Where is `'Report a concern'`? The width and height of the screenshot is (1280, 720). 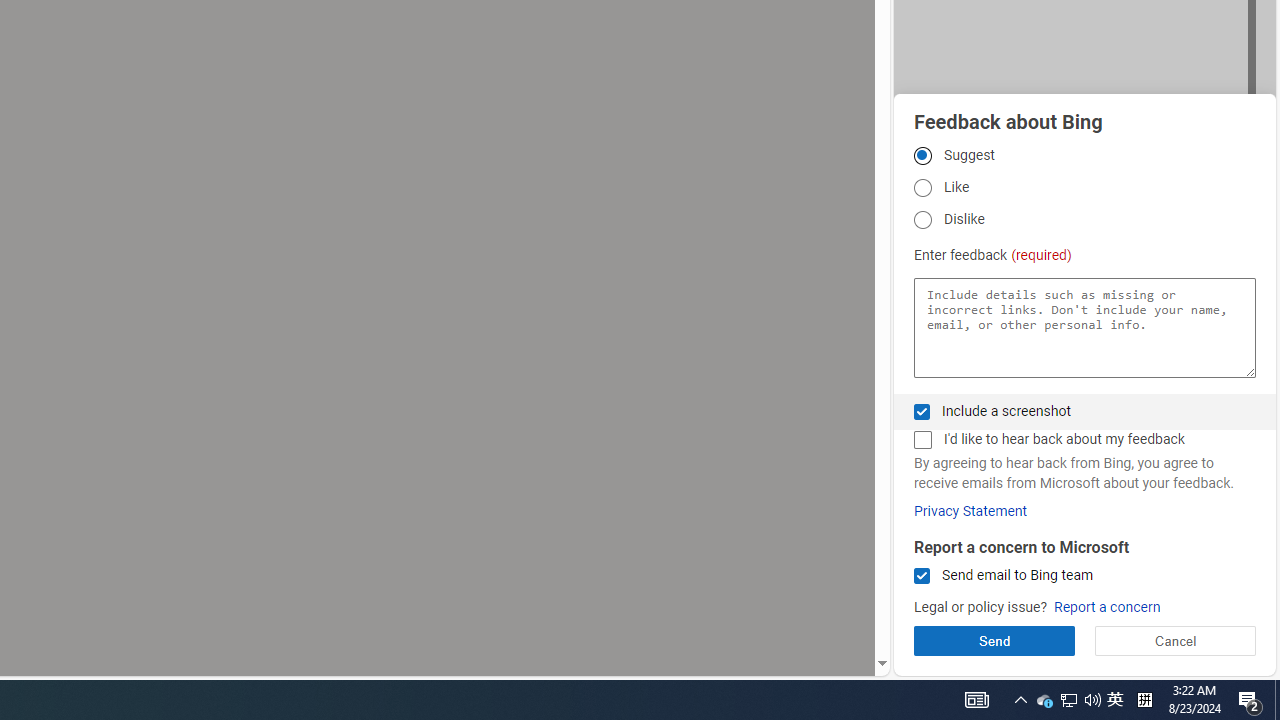
'Report a concern' is located at coordinates (1106, 606).